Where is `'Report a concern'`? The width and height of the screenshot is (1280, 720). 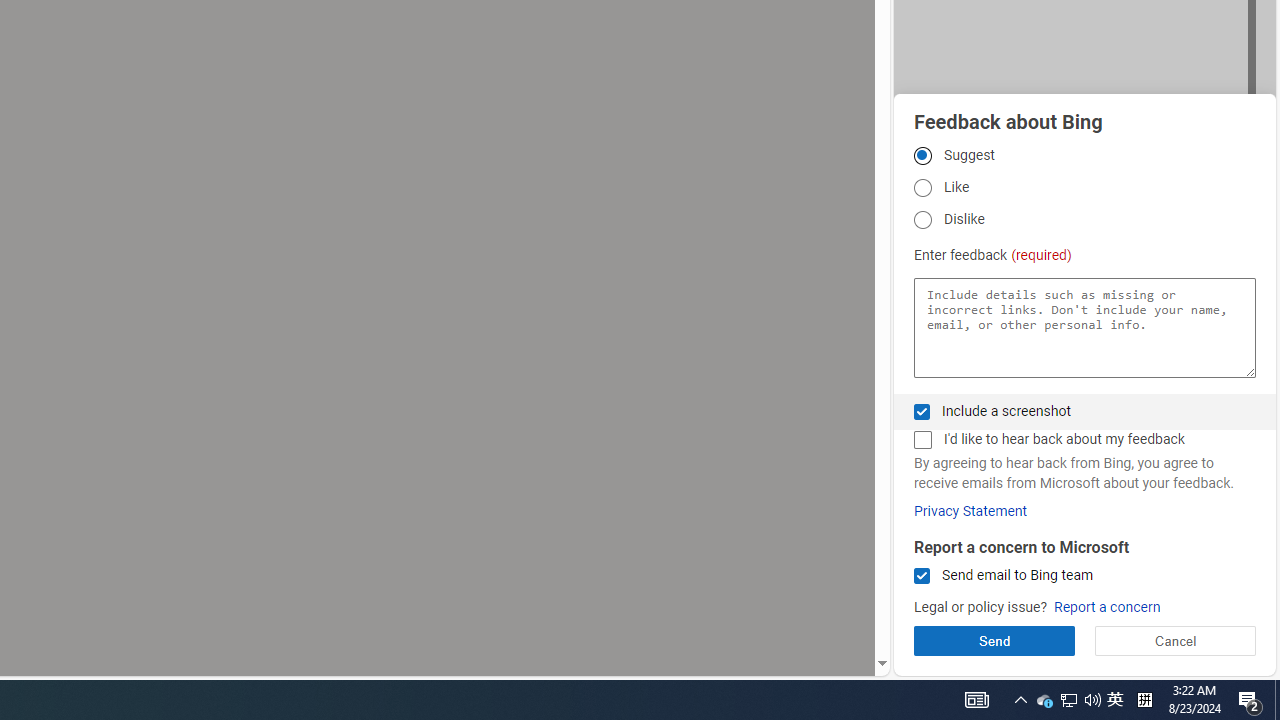
'Report a concern' is located at coordinates (1106, 606).